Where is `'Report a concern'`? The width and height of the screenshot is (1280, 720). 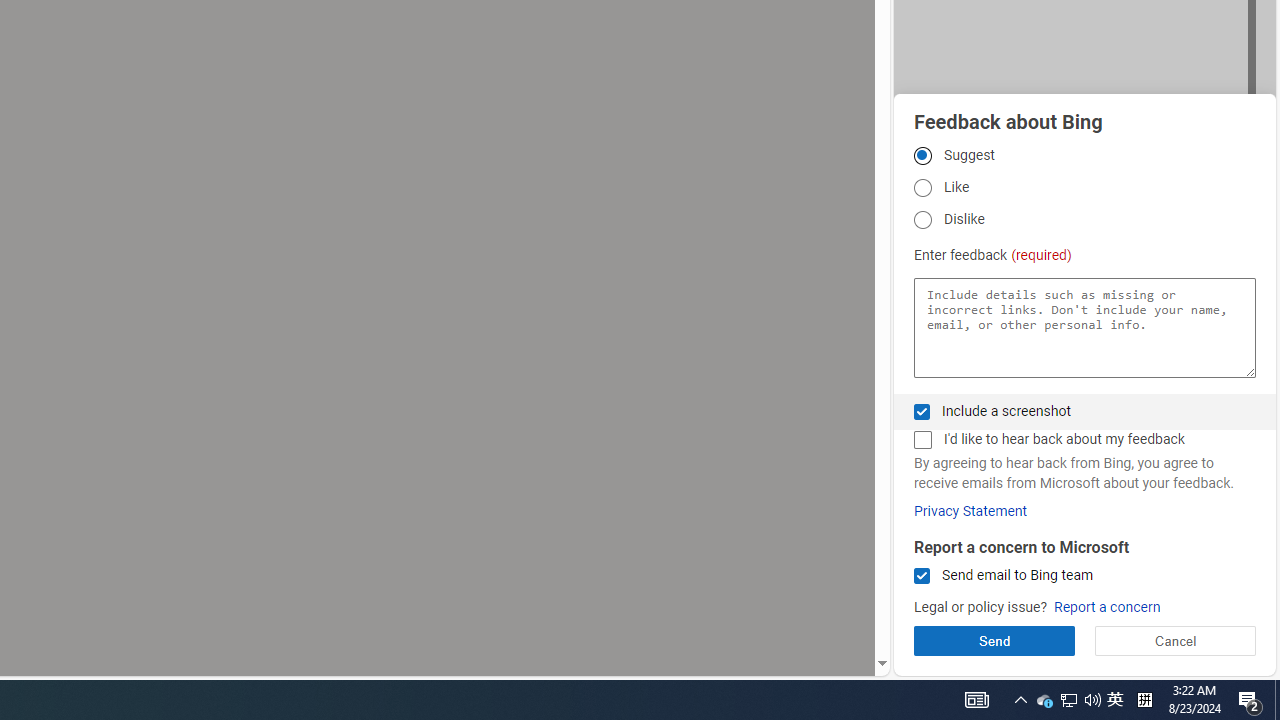
'Report a concern' is located at coordinates (1106, 606).